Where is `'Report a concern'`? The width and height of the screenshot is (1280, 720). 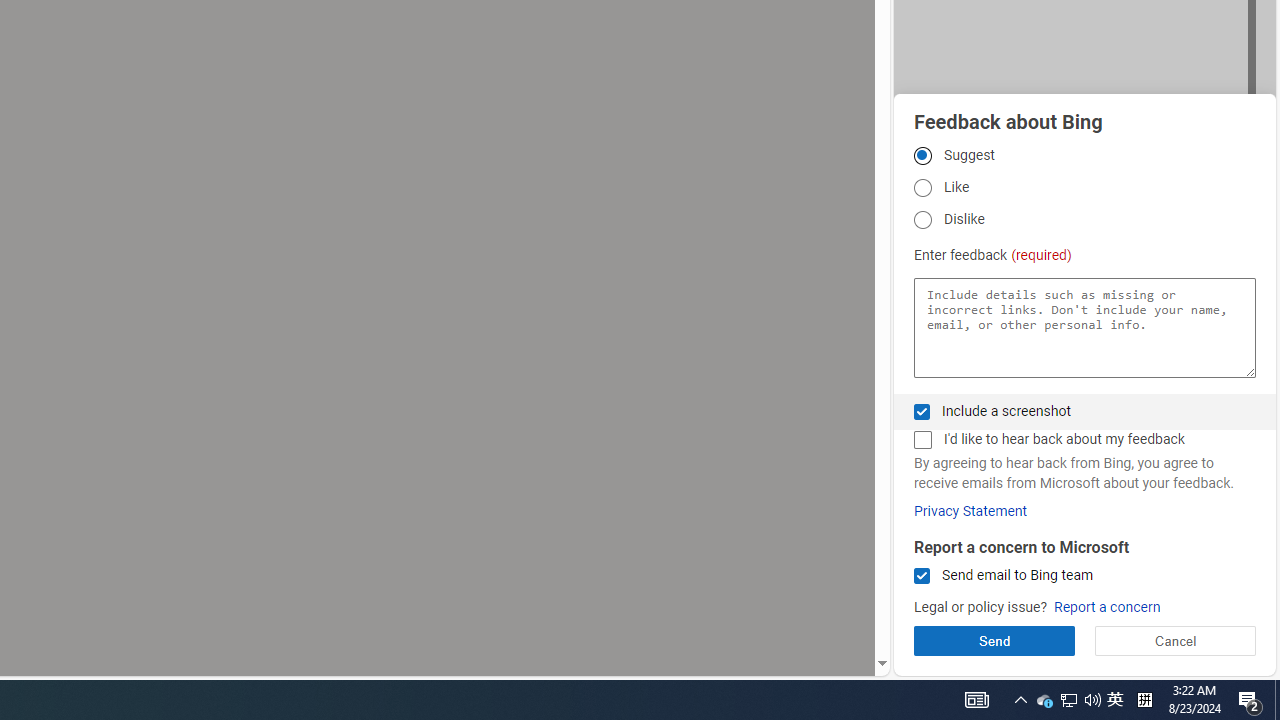
'Report a concern' is located at coordinates (1106, 606).